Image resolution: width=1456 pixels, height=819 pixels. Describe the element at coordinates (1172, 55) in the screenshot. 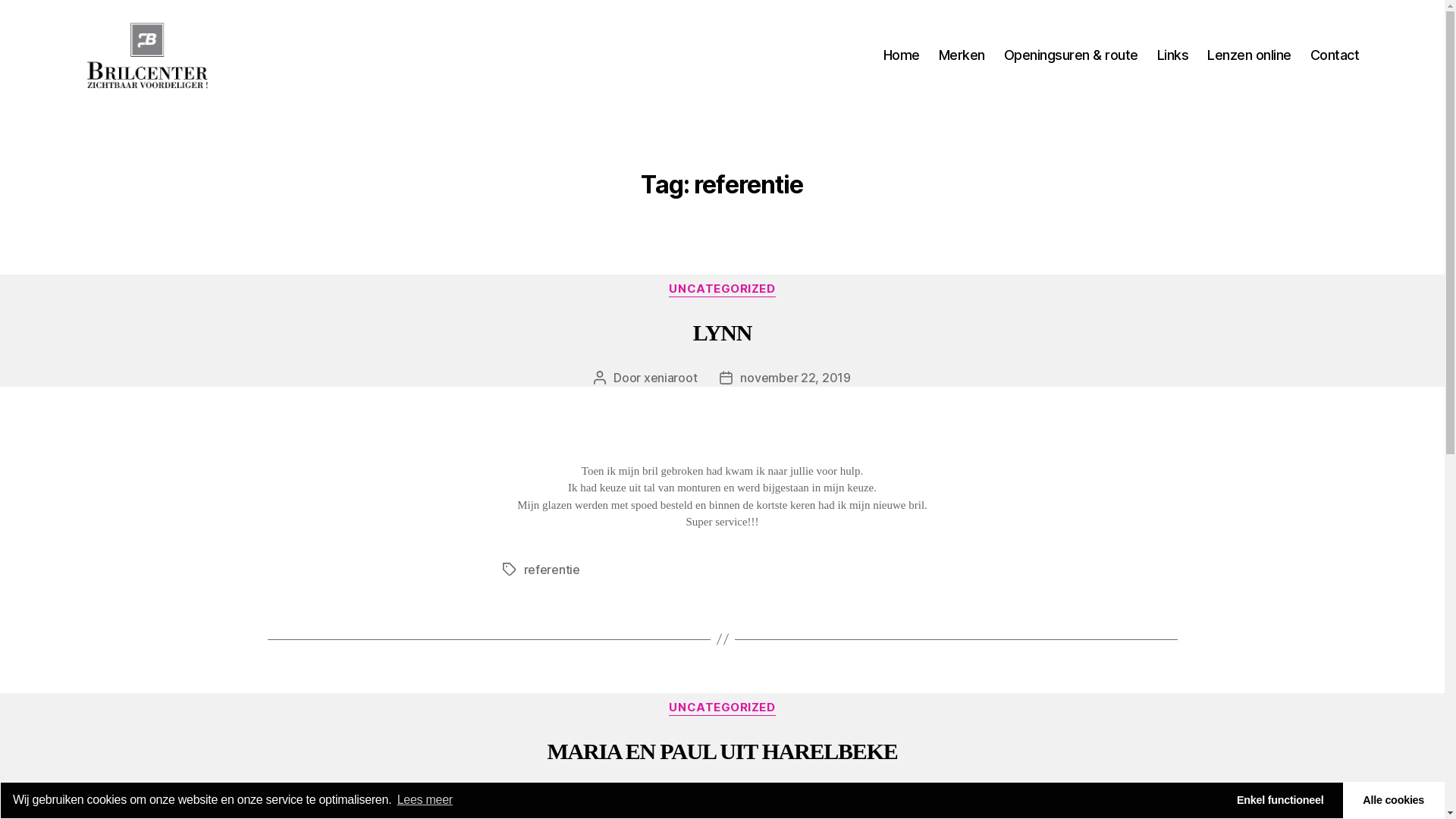

I see `'Links'` at that location.